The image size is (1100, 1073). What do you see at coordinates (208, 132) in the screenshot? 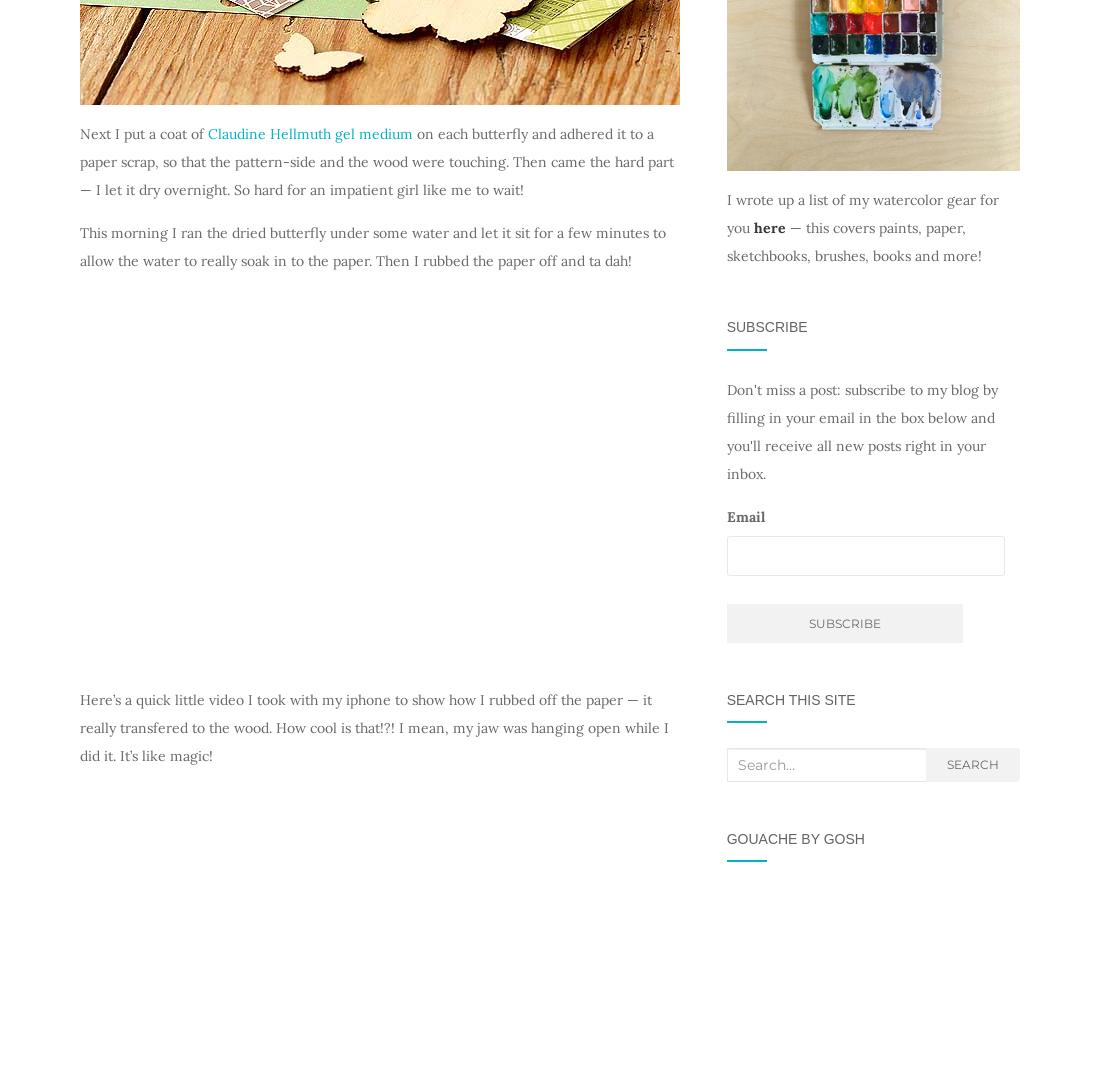
I see `'Claudine Hellmuth gel medium'` at bounding box center [208, 132].